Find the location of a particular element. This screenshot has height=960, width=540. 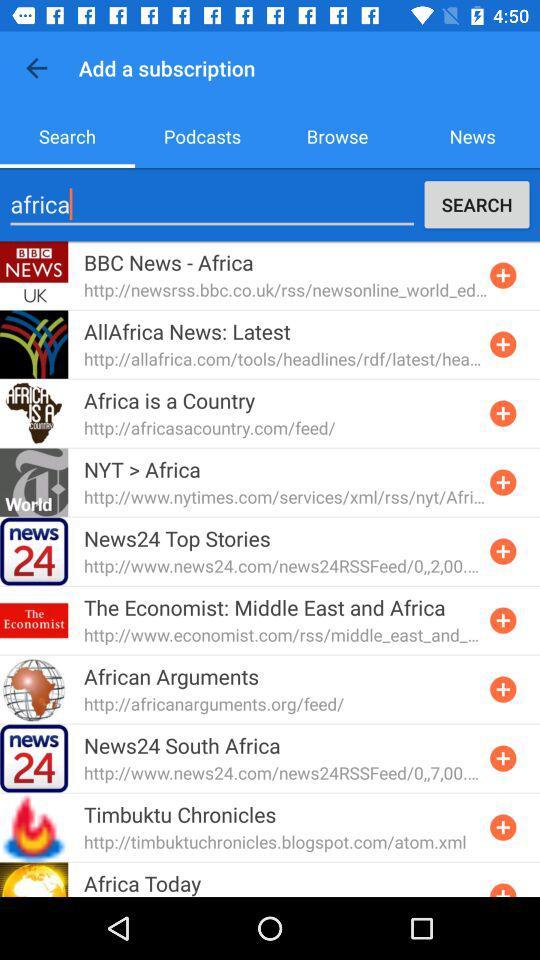

the the economist middle is located at coordinates (264, 606).